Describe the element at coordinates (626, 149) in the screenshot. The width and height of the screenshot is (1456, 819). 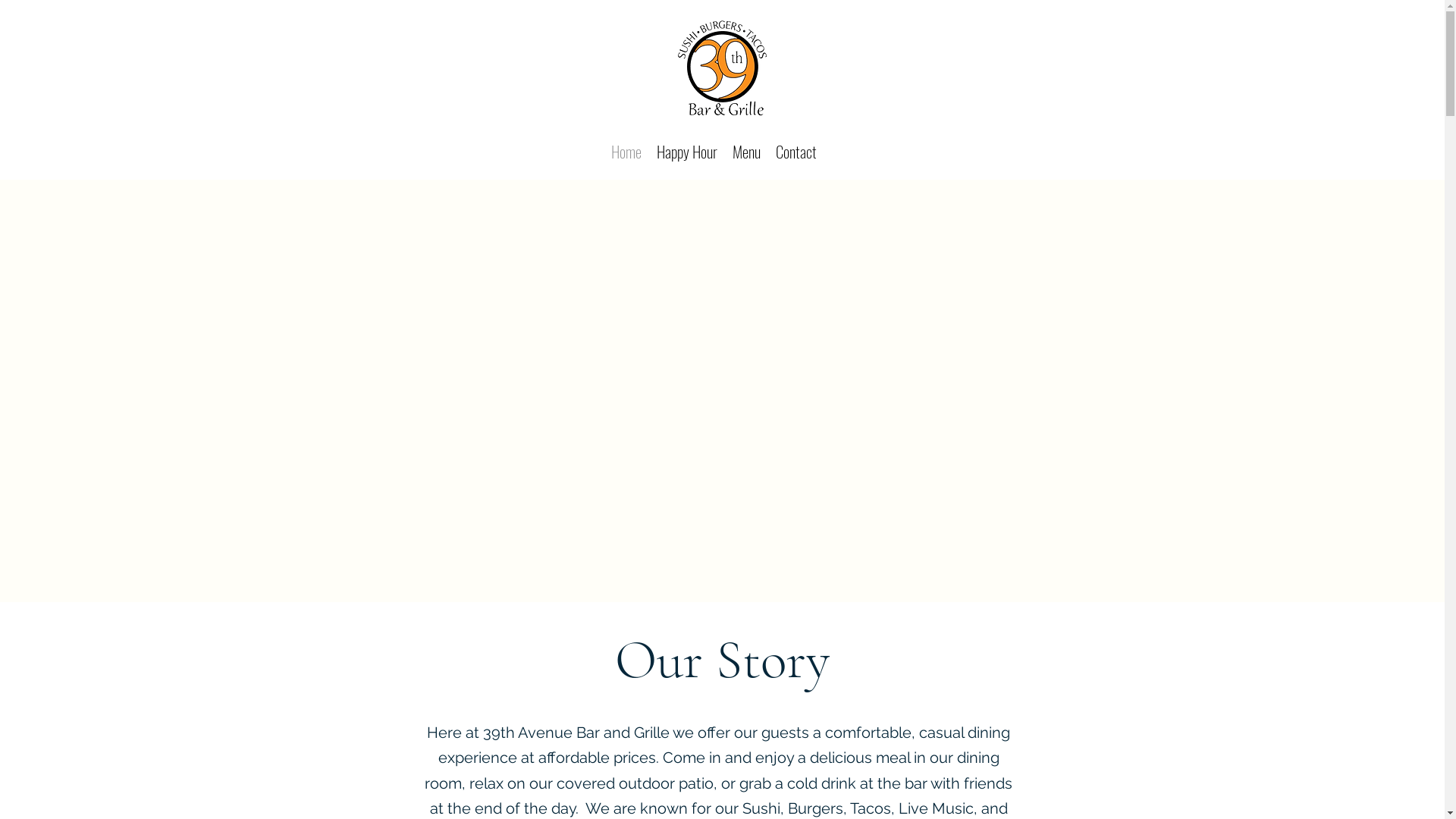
I see `'Home'` at that location.